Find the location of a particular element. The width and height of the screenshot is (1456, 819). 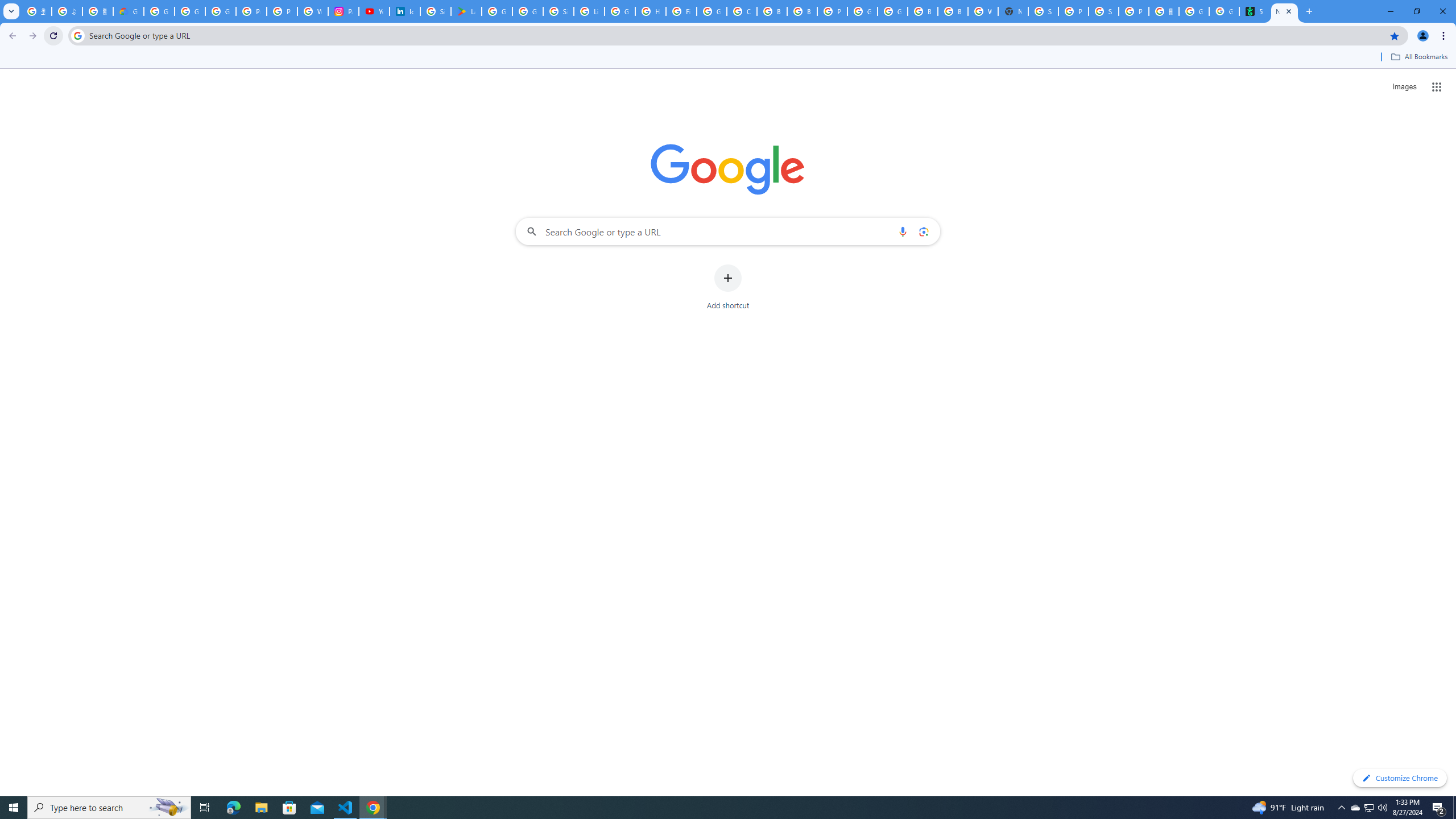

'All Bookmarks' is located at coordinates (1418, 56).